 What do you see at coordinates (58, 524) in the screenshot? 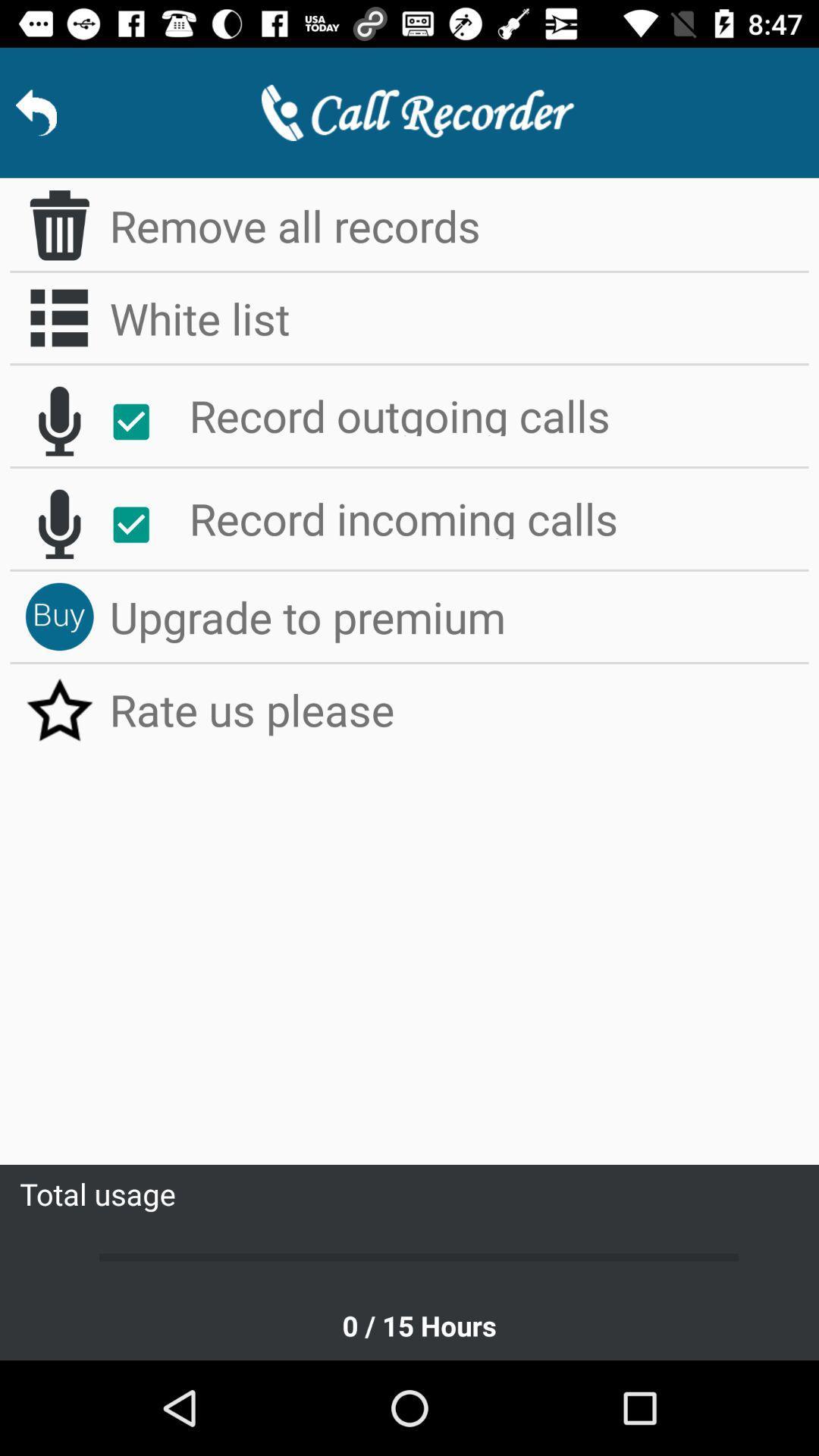
I see `undo your chocie` at bounding box center [58, 524].